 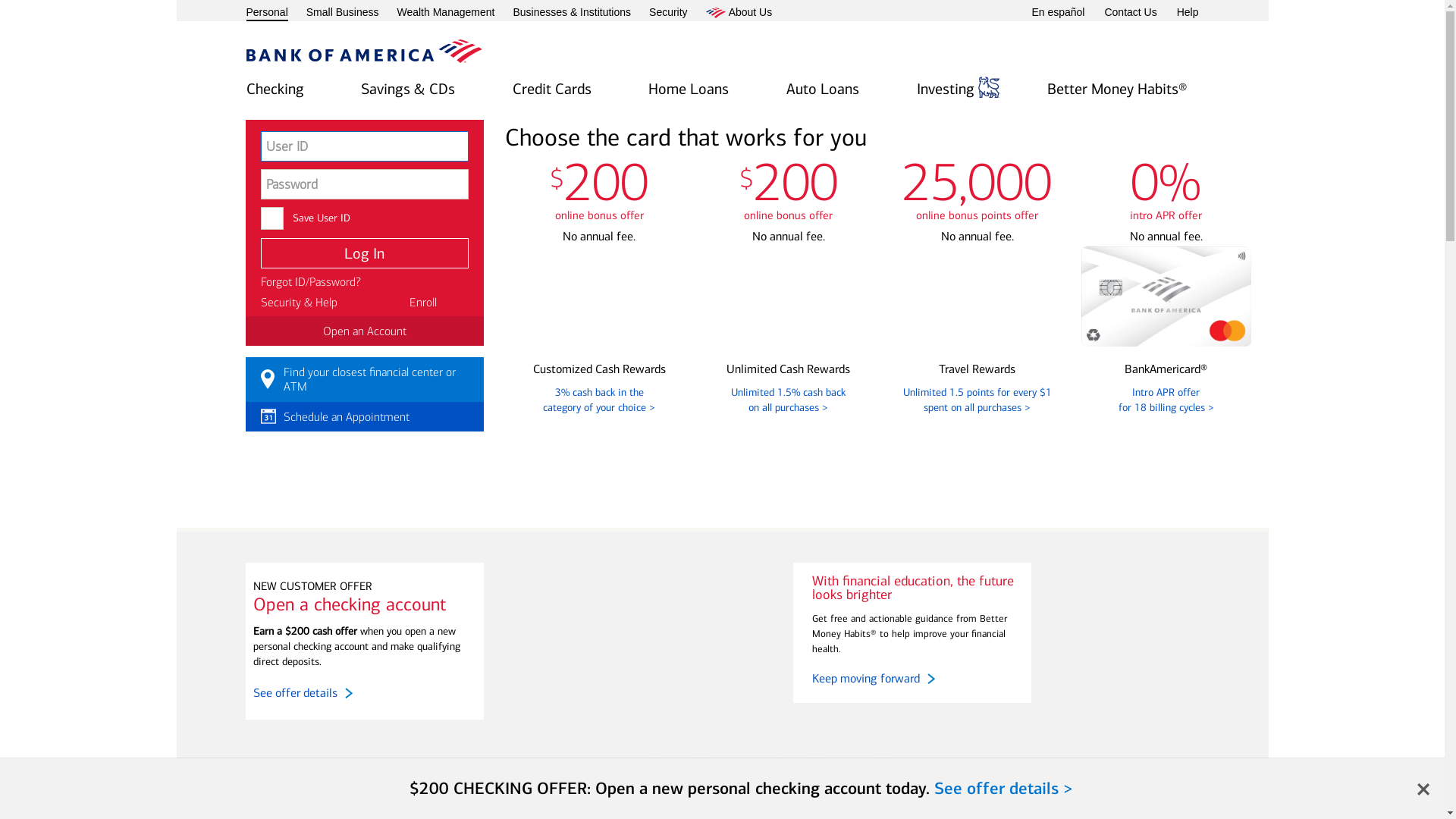 What do you see at coordinates (687, 90) in the screenshot?
I see `'Open` at bounding box center [687, 90].